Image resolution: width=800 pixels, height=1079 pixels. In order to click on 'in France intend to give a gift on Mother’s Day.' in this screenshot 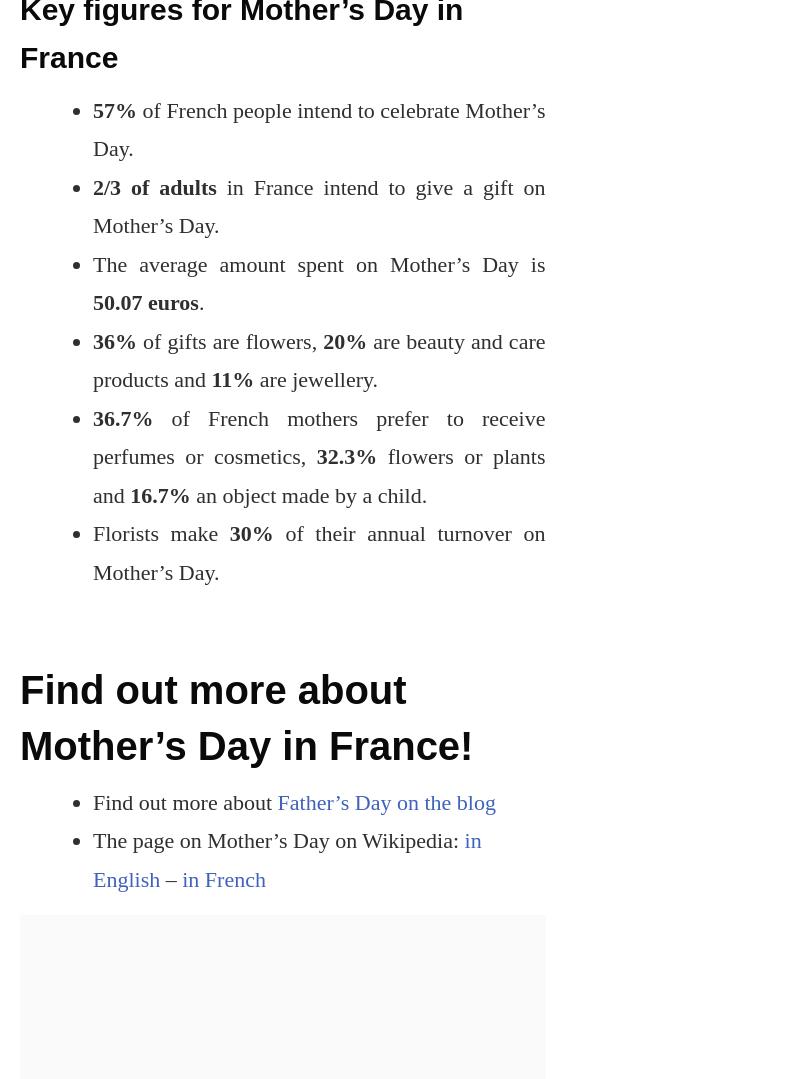, I will do `click(317, 205)`.